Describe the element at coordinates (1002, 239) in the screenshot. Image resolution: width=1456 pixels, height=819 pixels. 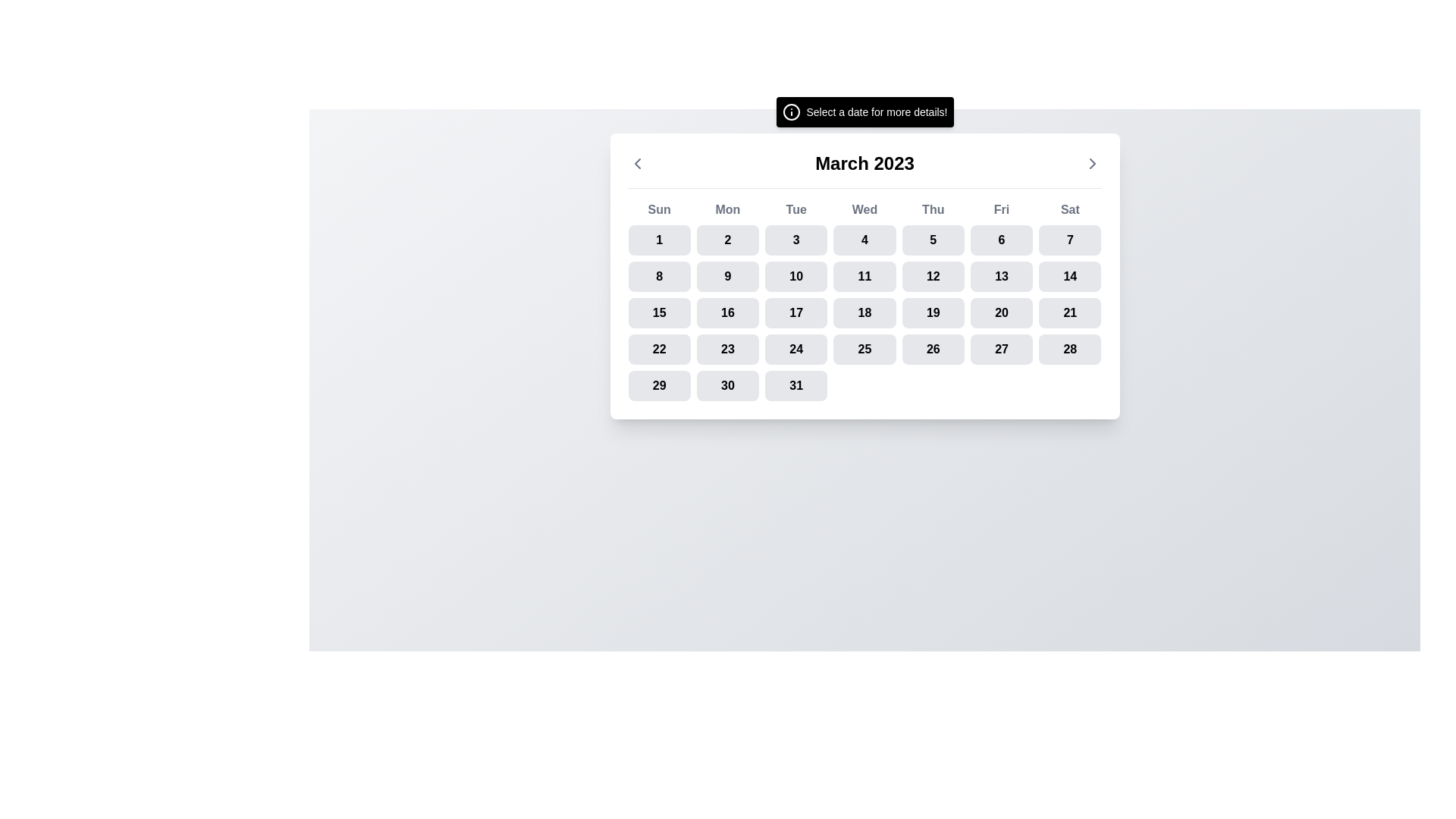
I see `the calendar date display showing the number '6' in black text, which is centered within a light gray rounded rectangle` at that location.